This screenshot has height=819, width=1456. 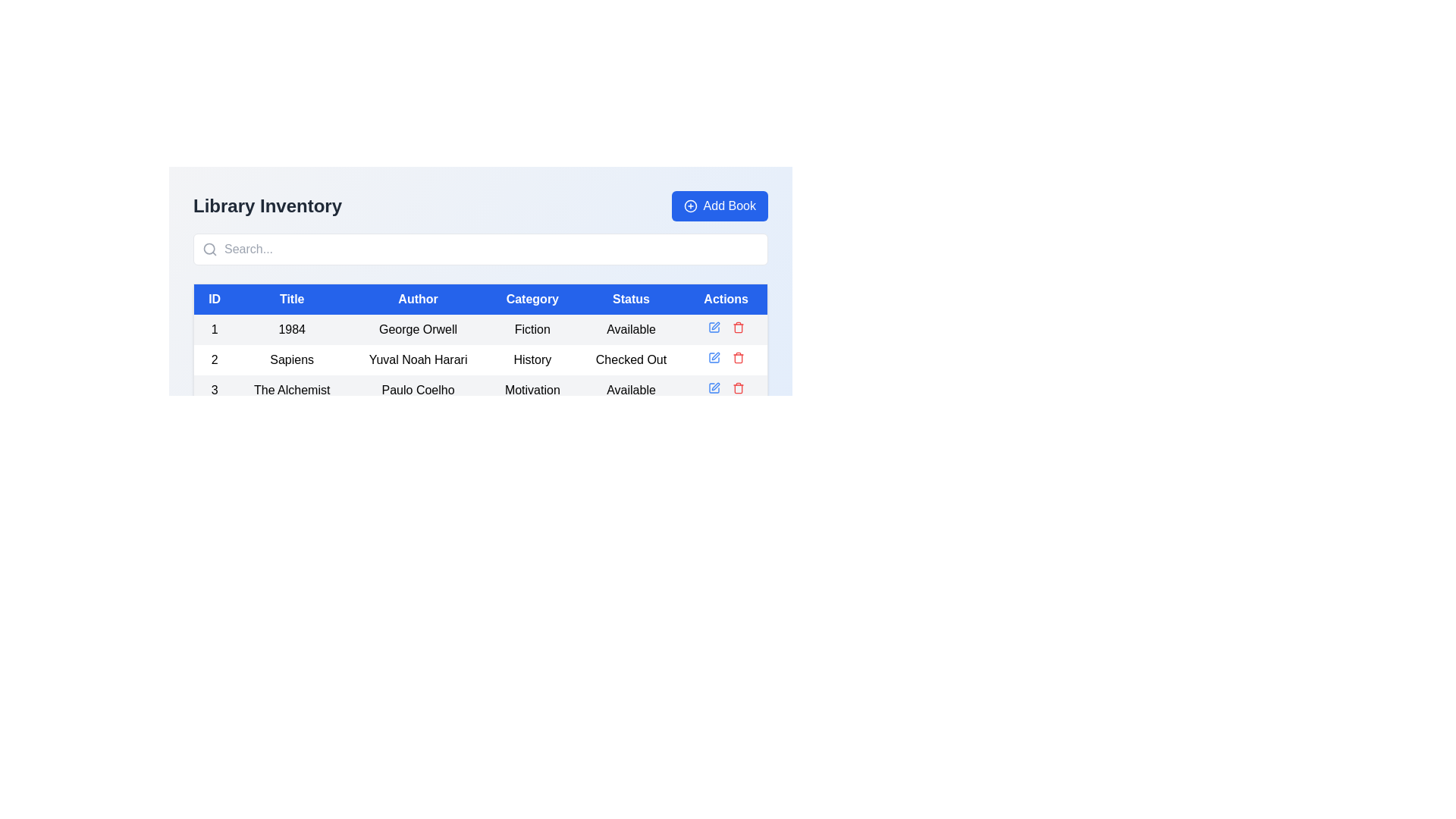 What do you see at coordinates (418, 390) in the screenshot?
I see `the static text element displaying the author of the book 'The Alchemist' in the library inventory system, located in the third row under the 'Author' column` at bounding box center [418, 390].